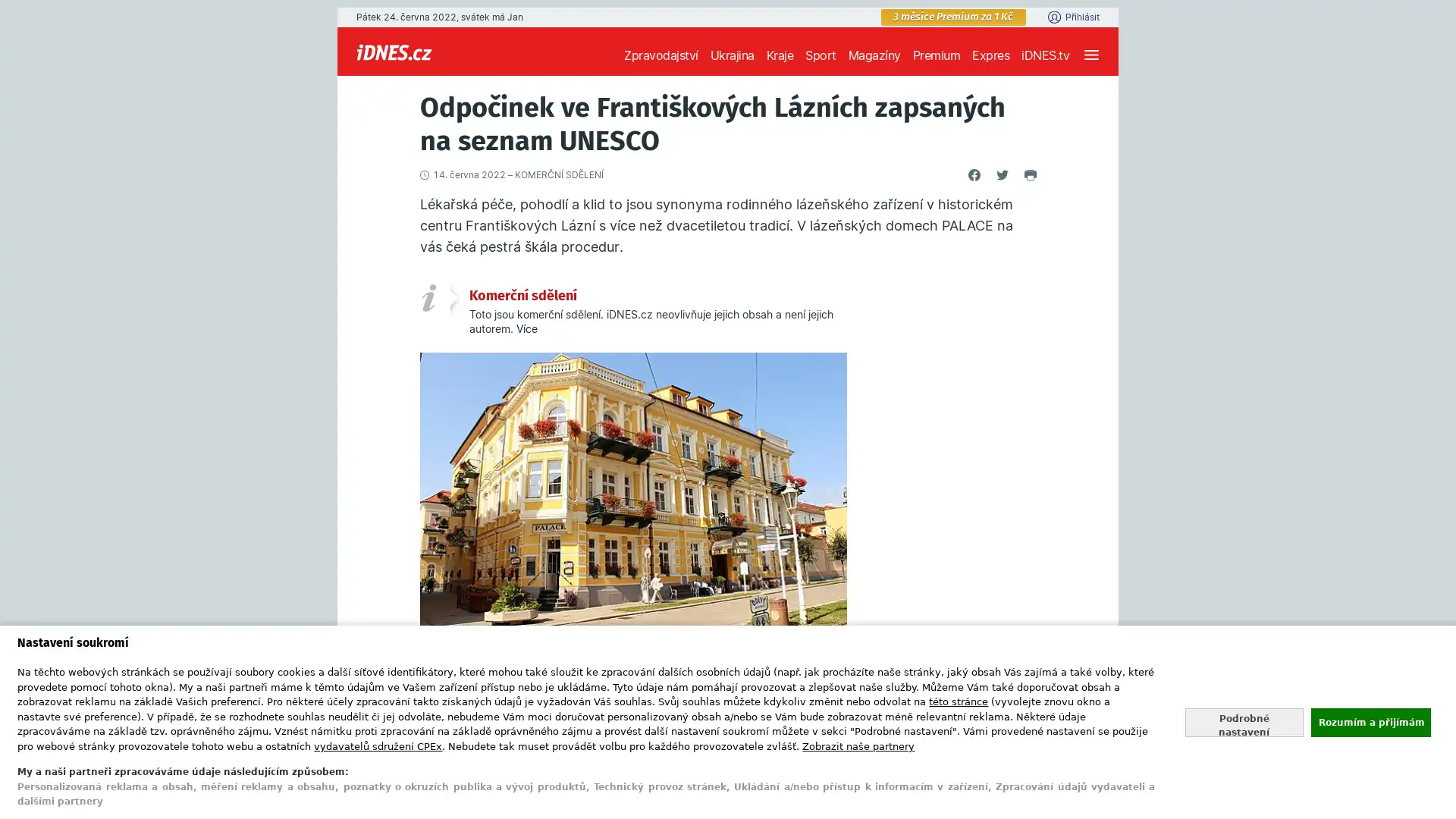  I want to click on Nastavte sve souhlasy, so click(1244, 721).